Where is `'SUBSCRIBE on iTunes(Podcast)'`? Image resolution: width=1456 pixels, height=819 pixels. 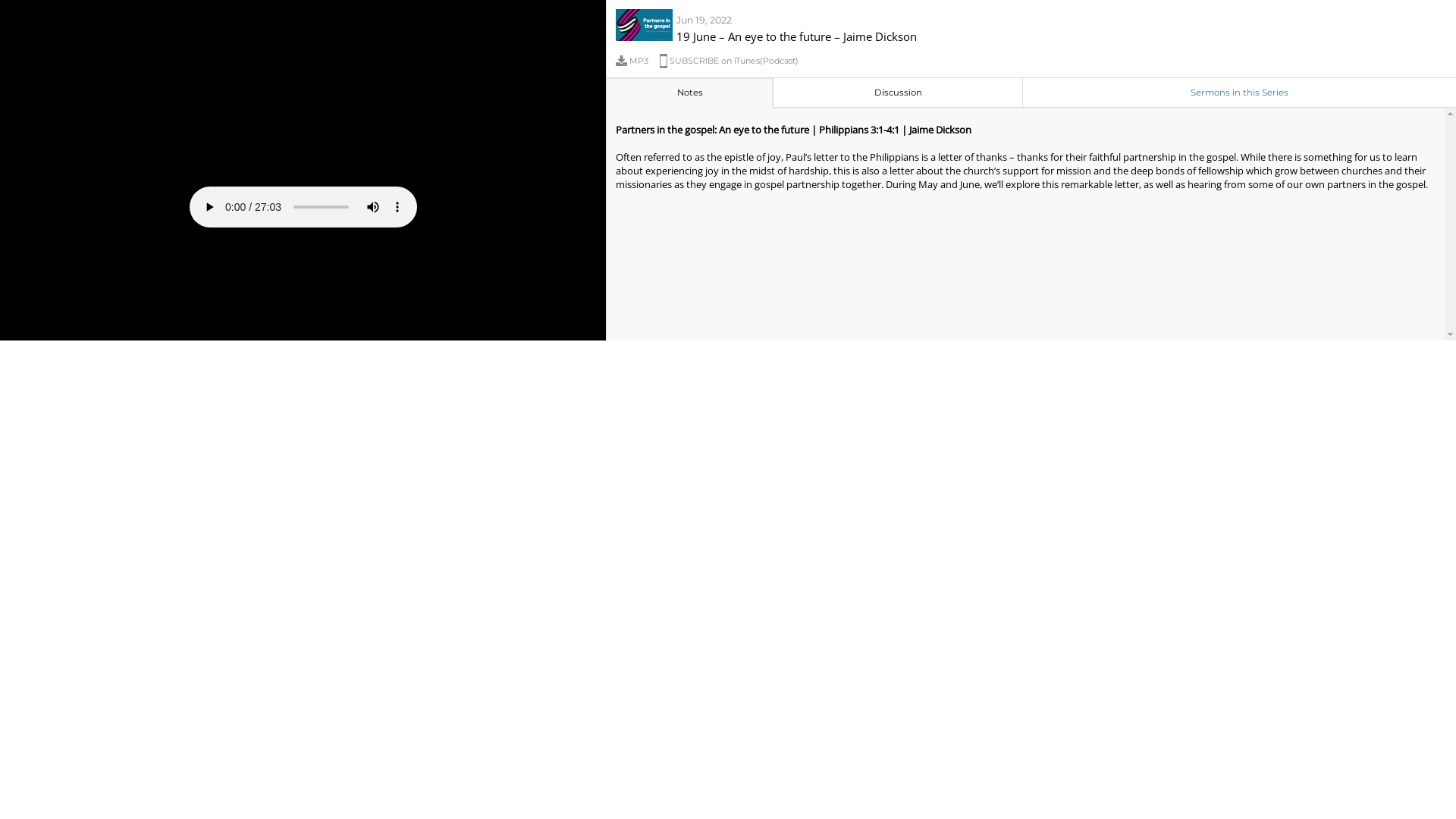 'SUBSCRIBE on iTunes(Podcast)' is located at coordinates (735, 60).